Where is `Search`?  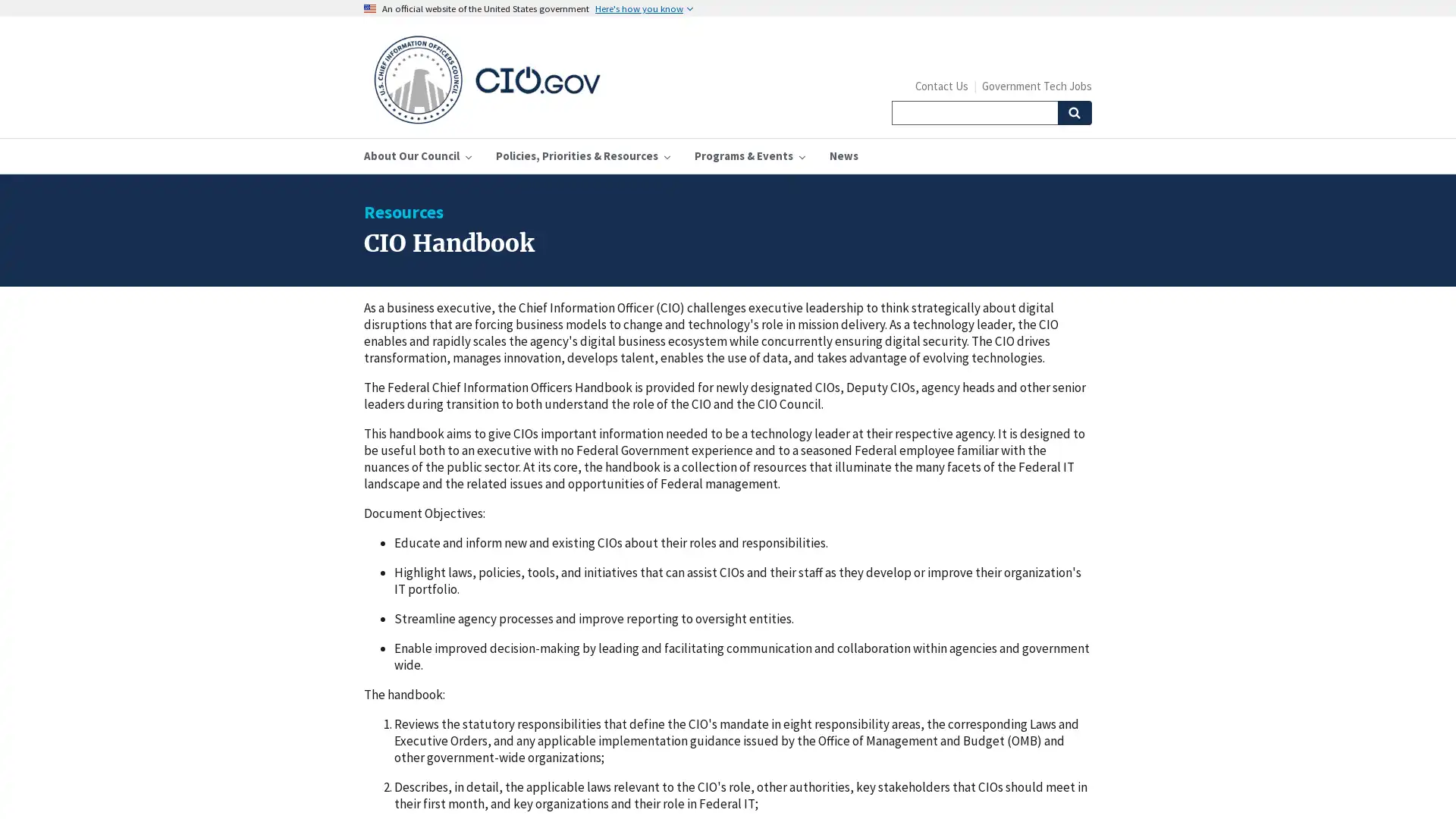 Search is located at coordinates (1073, 112).